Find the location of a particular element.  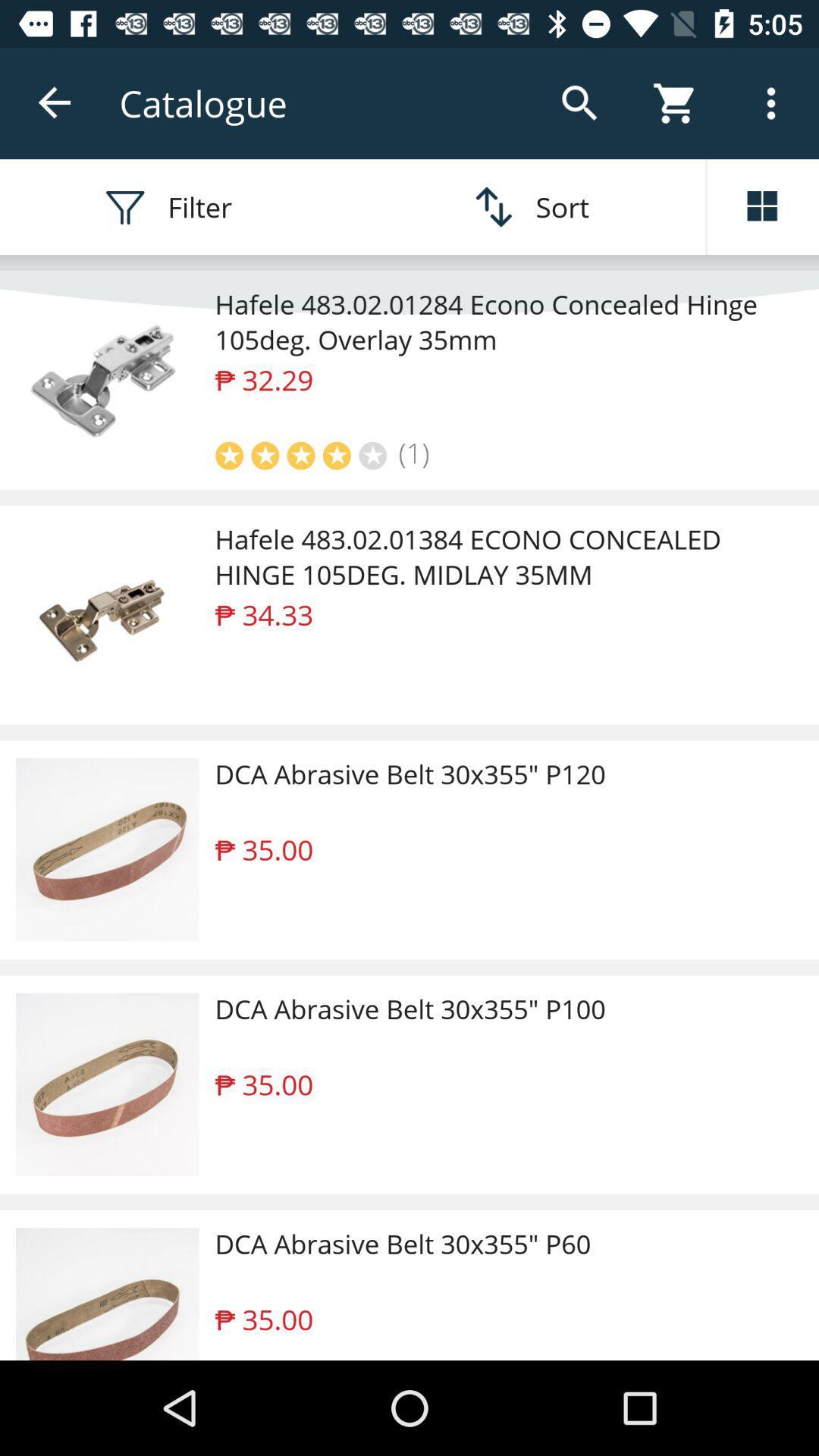

the app next to catalogue icon is located at coordinates (55, 102).